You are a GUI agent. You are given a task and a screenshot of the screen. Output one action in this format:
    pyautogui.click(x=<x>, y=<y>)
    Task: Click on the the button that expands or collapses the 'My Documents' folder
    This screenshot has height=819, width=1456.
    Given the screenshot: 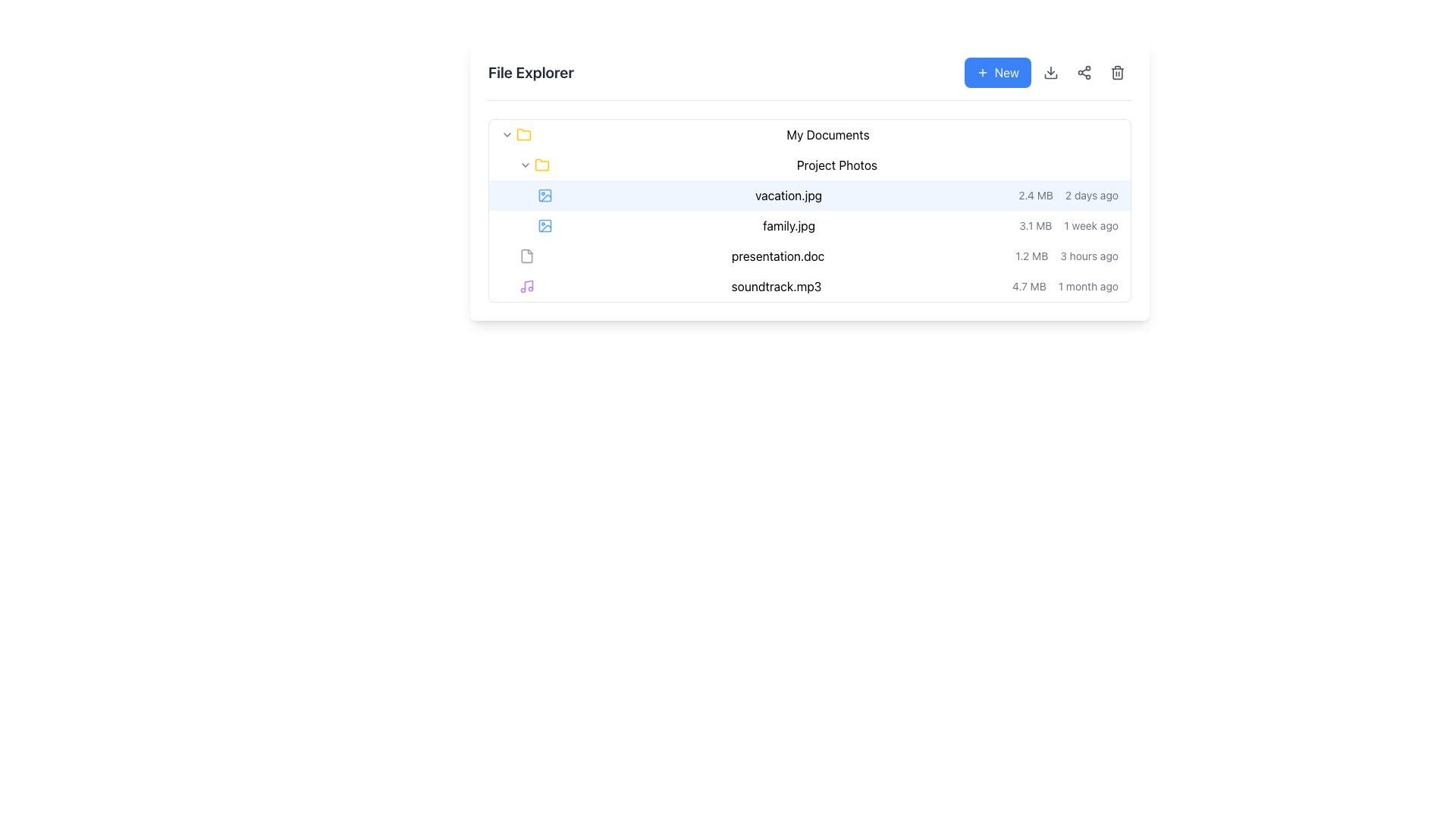 What is the action you would take?
    pyautogui.click(x=507, y=133)
    